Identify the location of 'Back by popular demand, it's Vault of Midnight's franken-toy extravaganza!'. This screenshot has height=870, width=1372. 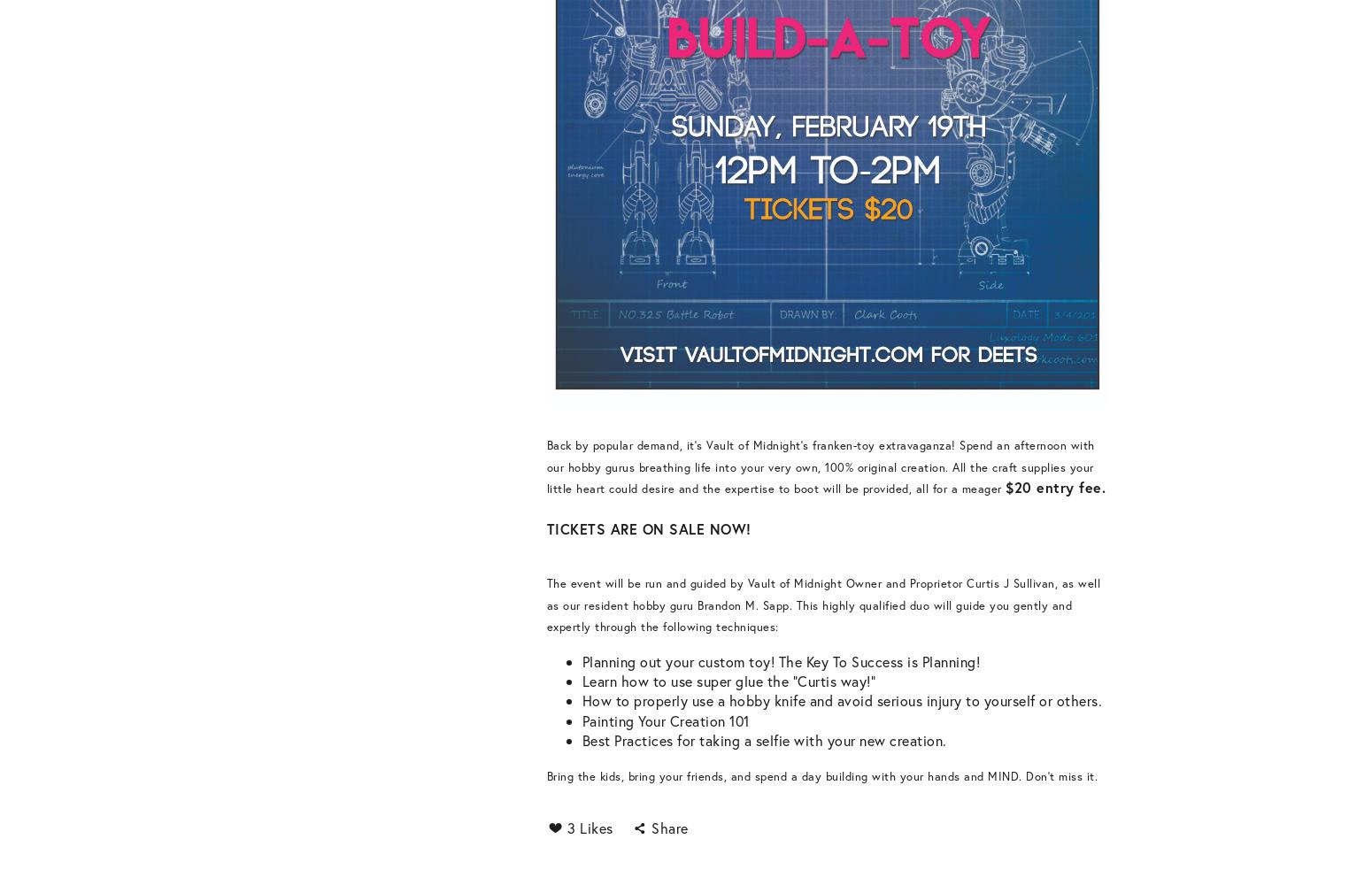
(546, 445).